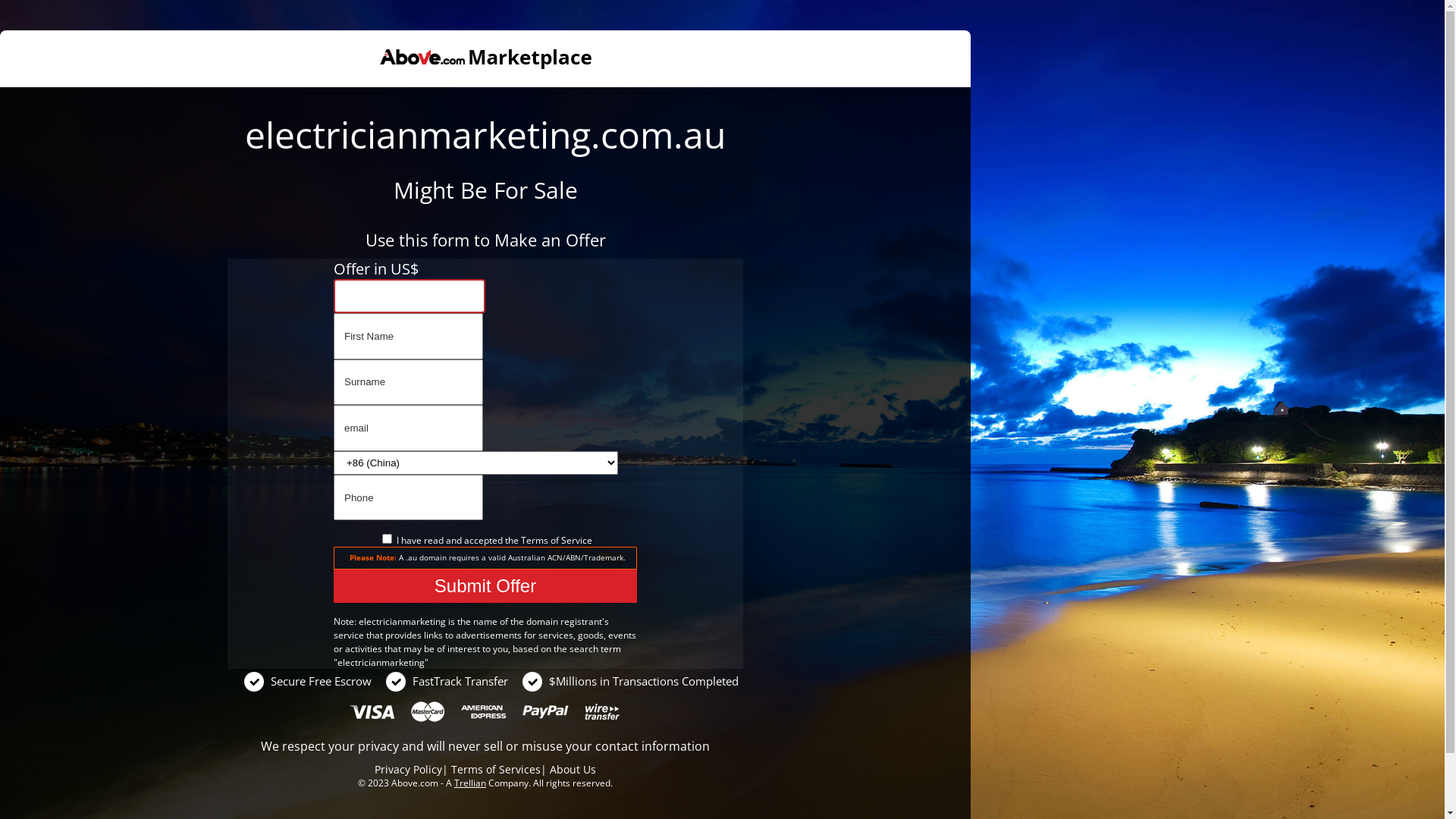  What do you see at coordinates (450, 769) in the screenshot?
I see `'Terms of Services'` at bounding box center [450, 769].